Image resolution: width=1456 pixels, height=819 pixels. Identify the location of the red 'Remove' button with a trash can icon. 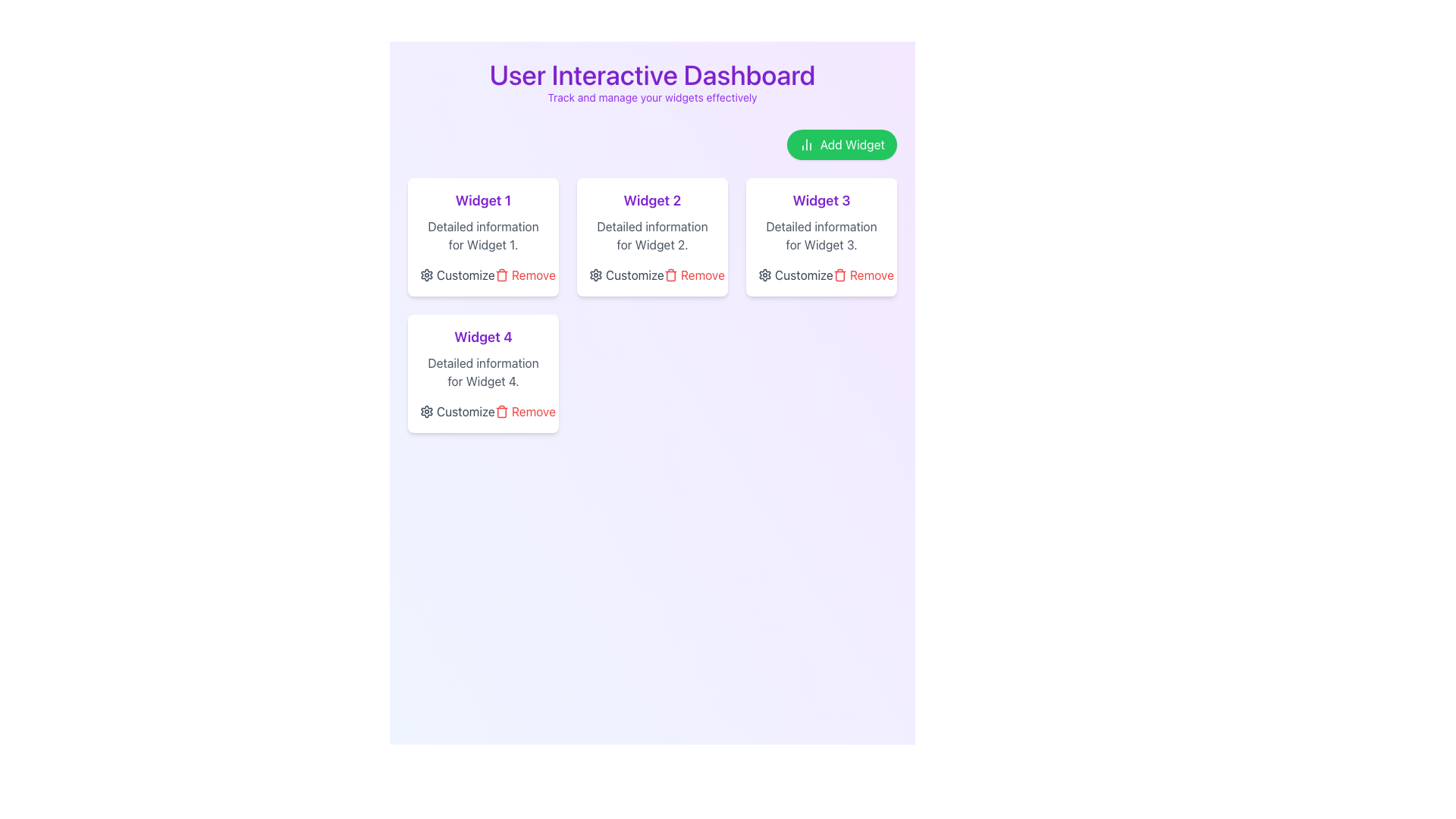
(525, 275).